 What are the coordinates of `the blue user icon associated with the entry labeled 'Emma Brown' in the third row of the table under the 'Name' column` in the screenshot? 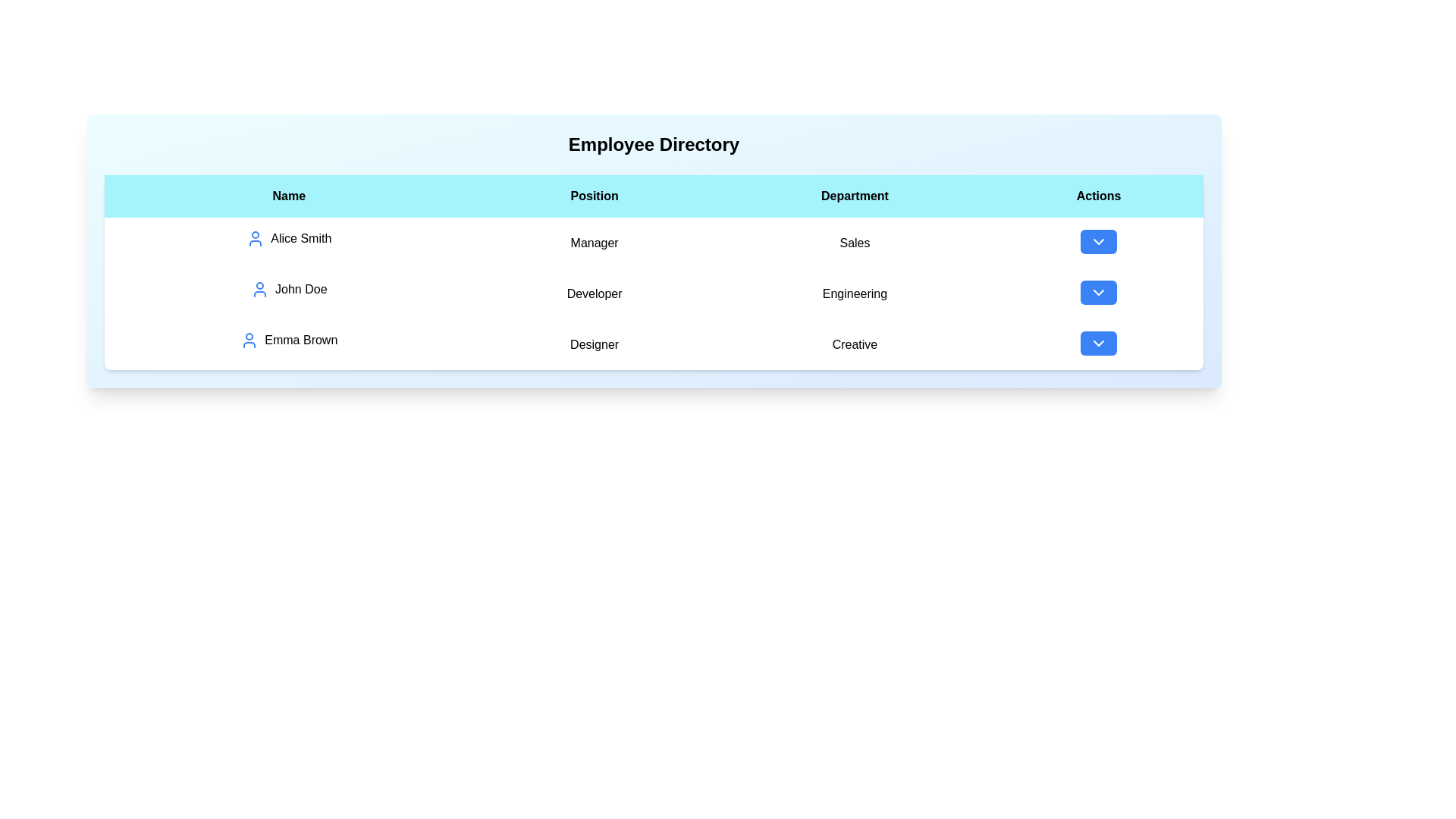 It's located at (249, 339).